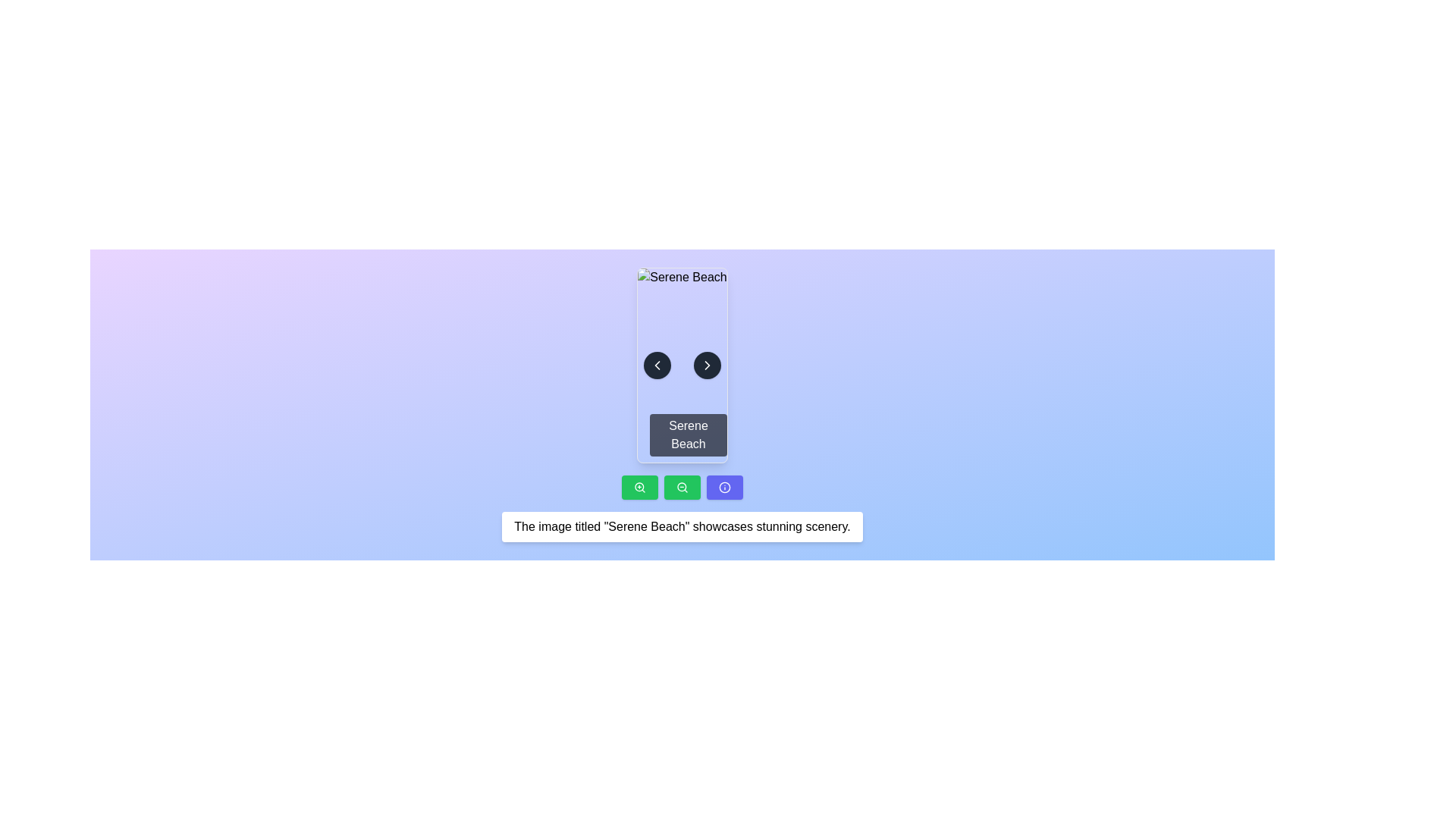  What do you see at coordinates (682, 488) in the screenshot?
I see `the magnifying glass button with a minus sign inside` at bounding box center [682, 488].